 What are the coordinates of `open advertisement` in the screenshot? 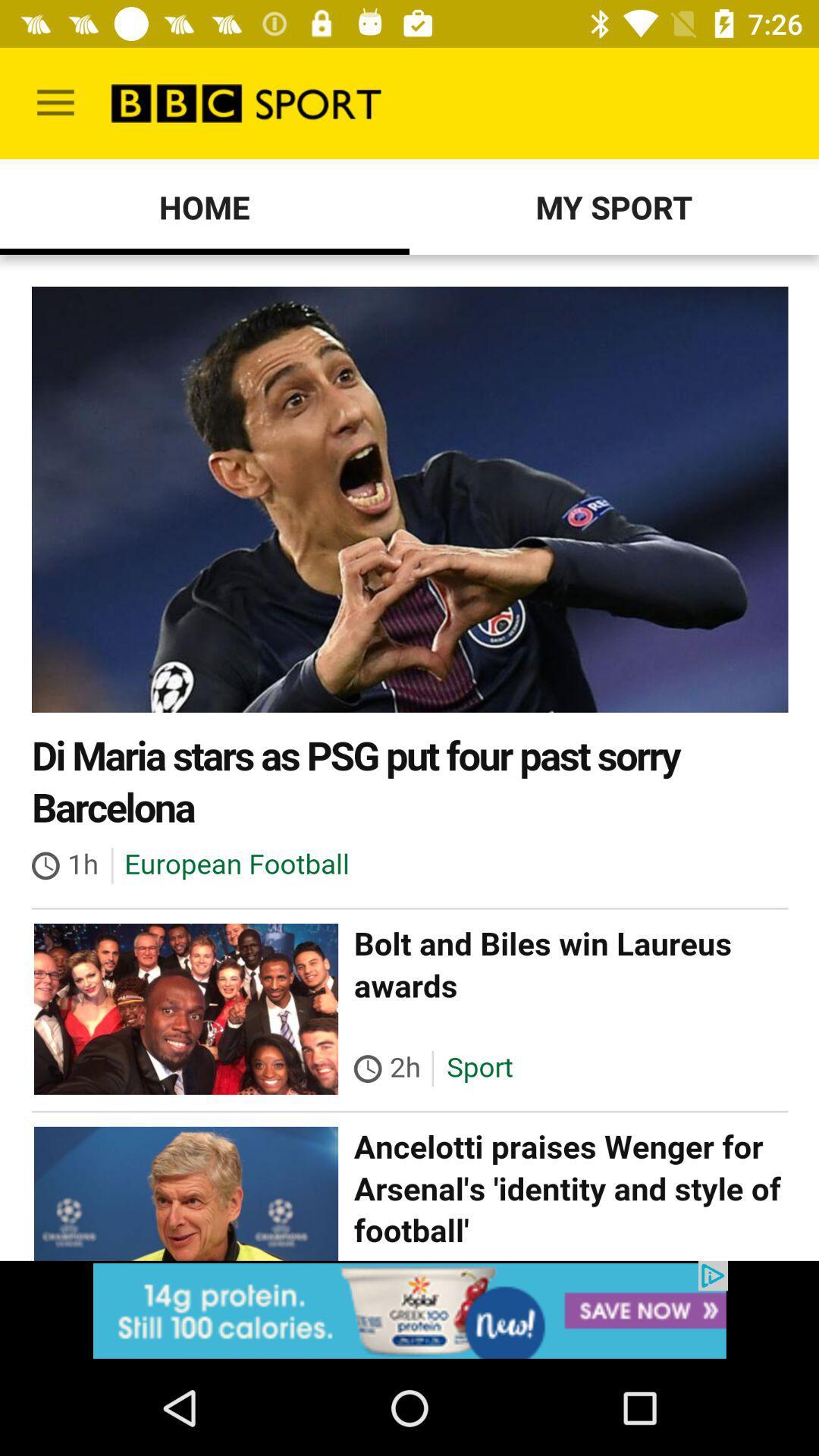 It's located at (409, 1310).